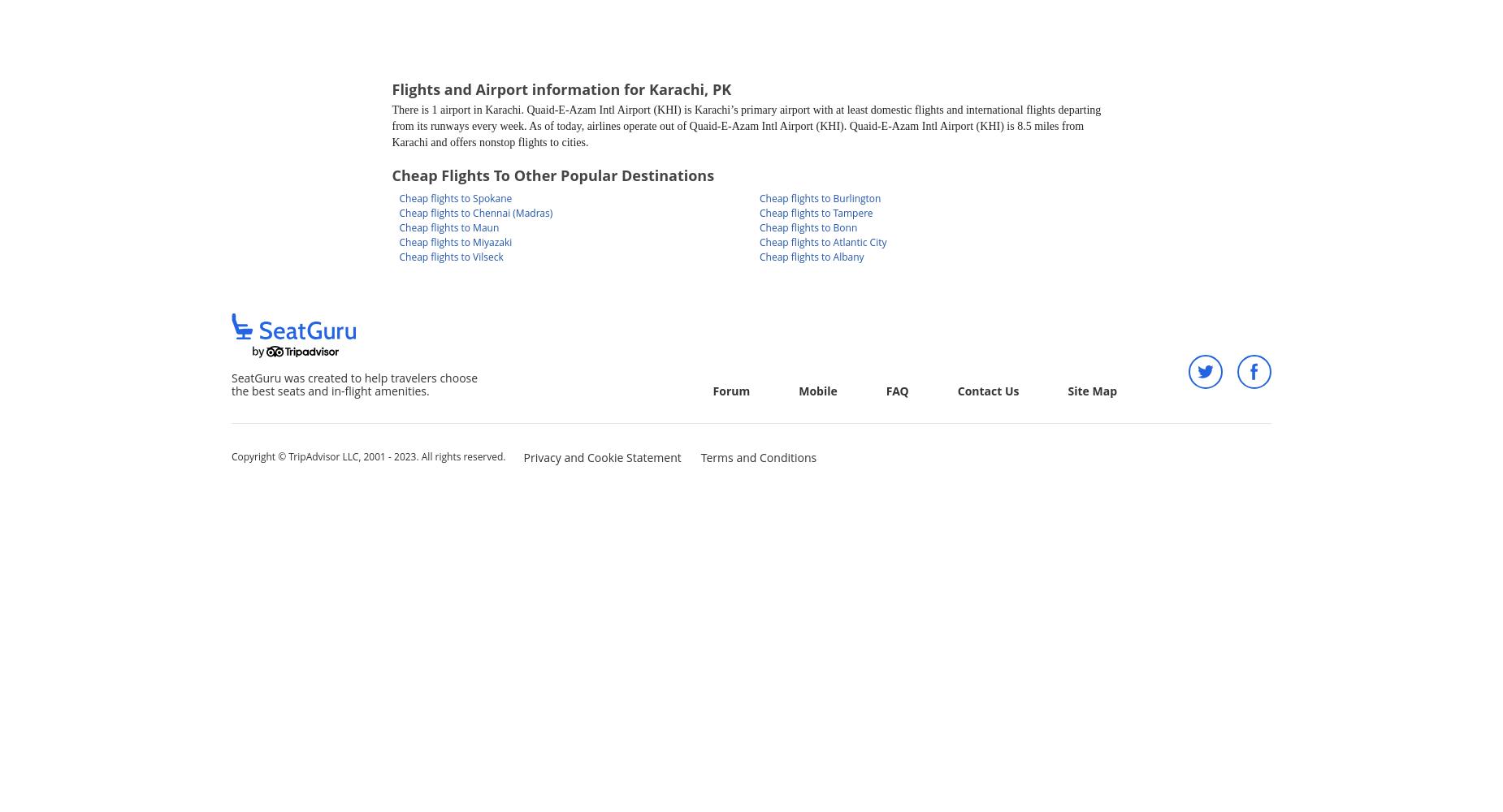  Describe the element at coordinates (601, 456) in the screenshot. I see `'Privacy and Cookie Statement'` at that location.